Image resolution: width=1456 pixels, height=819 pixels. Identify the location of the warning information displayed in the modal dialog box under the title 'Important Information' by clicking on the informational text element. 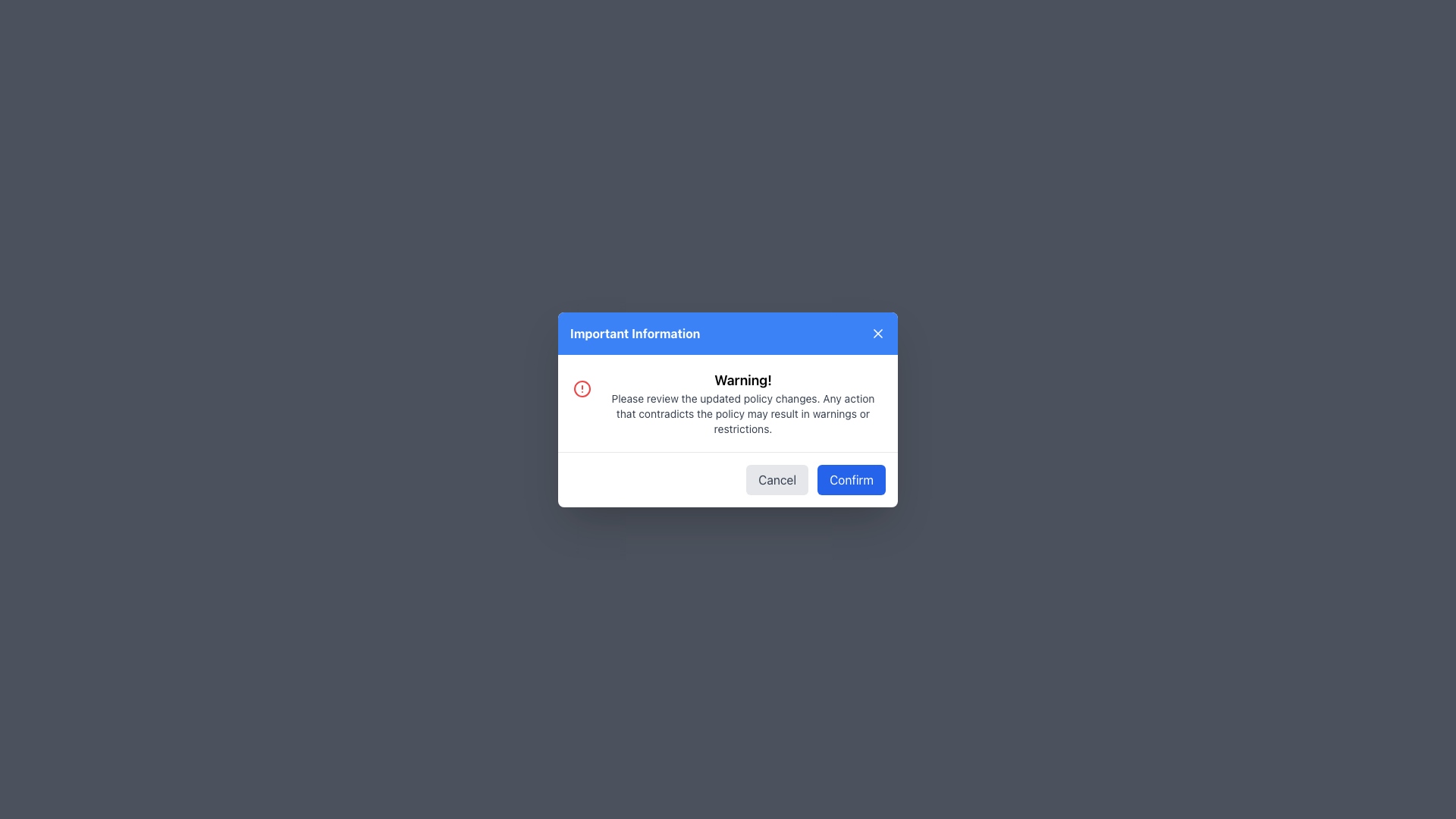
(728, 402).